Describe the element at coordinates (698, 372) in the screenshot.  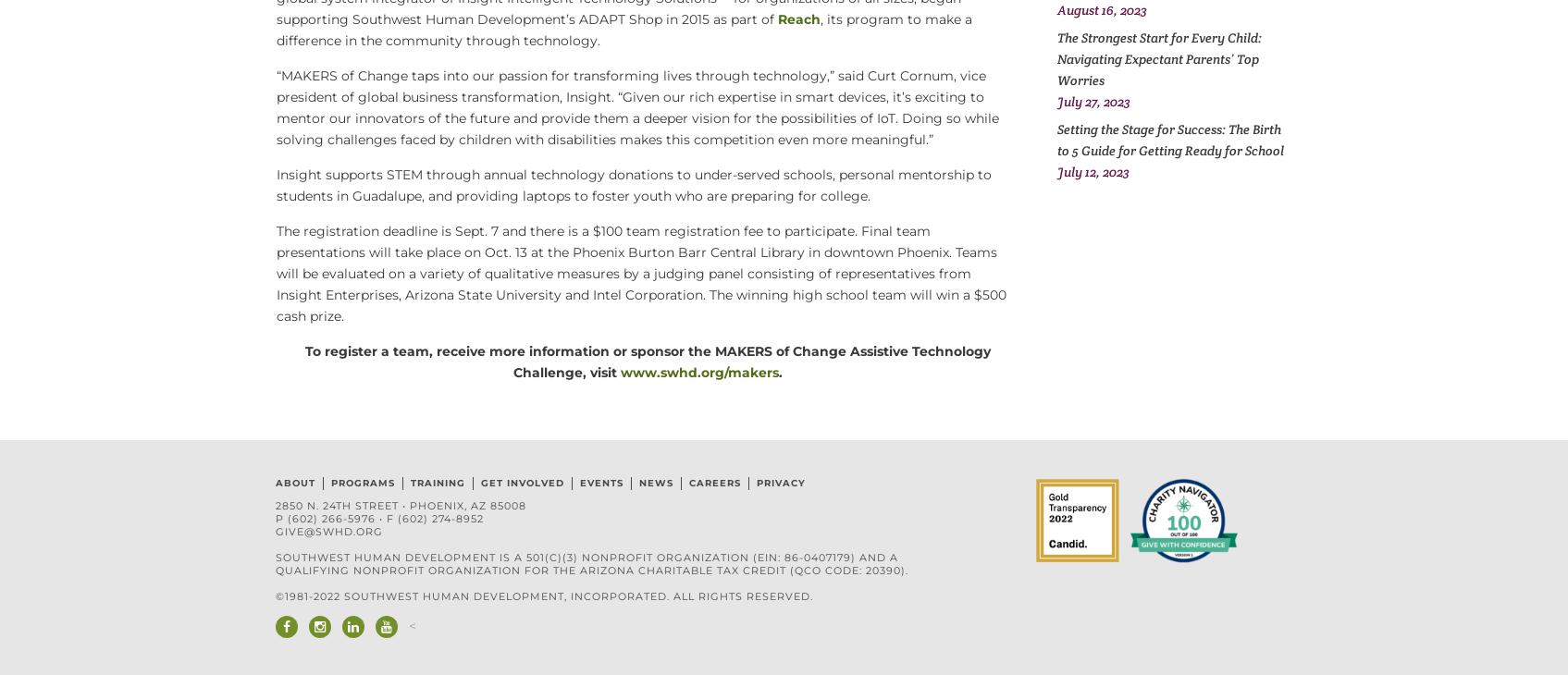
I see `'www.swhd.org/makers'` at that location.